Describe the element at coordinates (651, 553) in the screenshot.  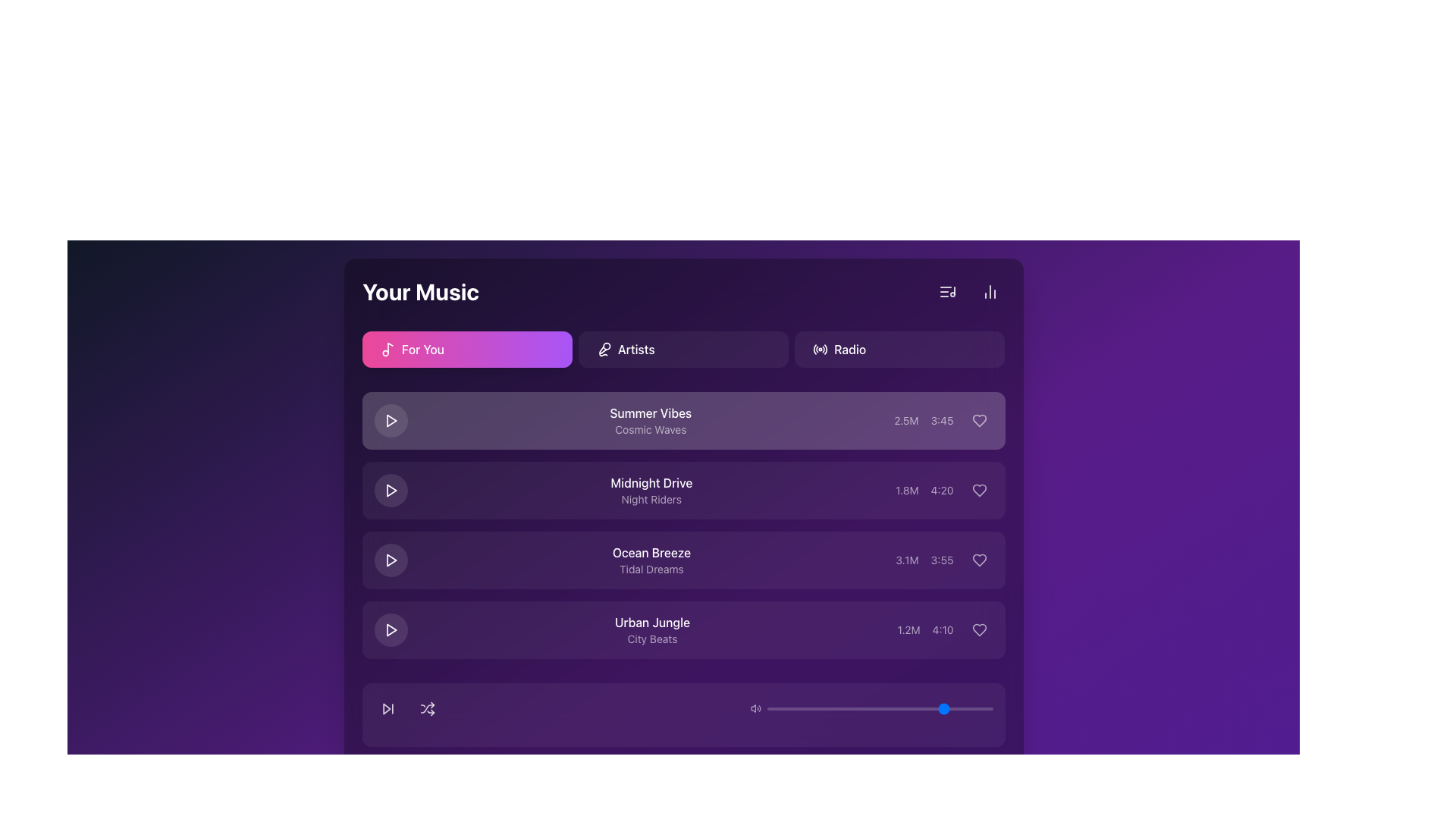
I see `text of the Text Label displaying 'Ocean Breeze', which is styled in white font and is located in the third row of music tracks` at that location.